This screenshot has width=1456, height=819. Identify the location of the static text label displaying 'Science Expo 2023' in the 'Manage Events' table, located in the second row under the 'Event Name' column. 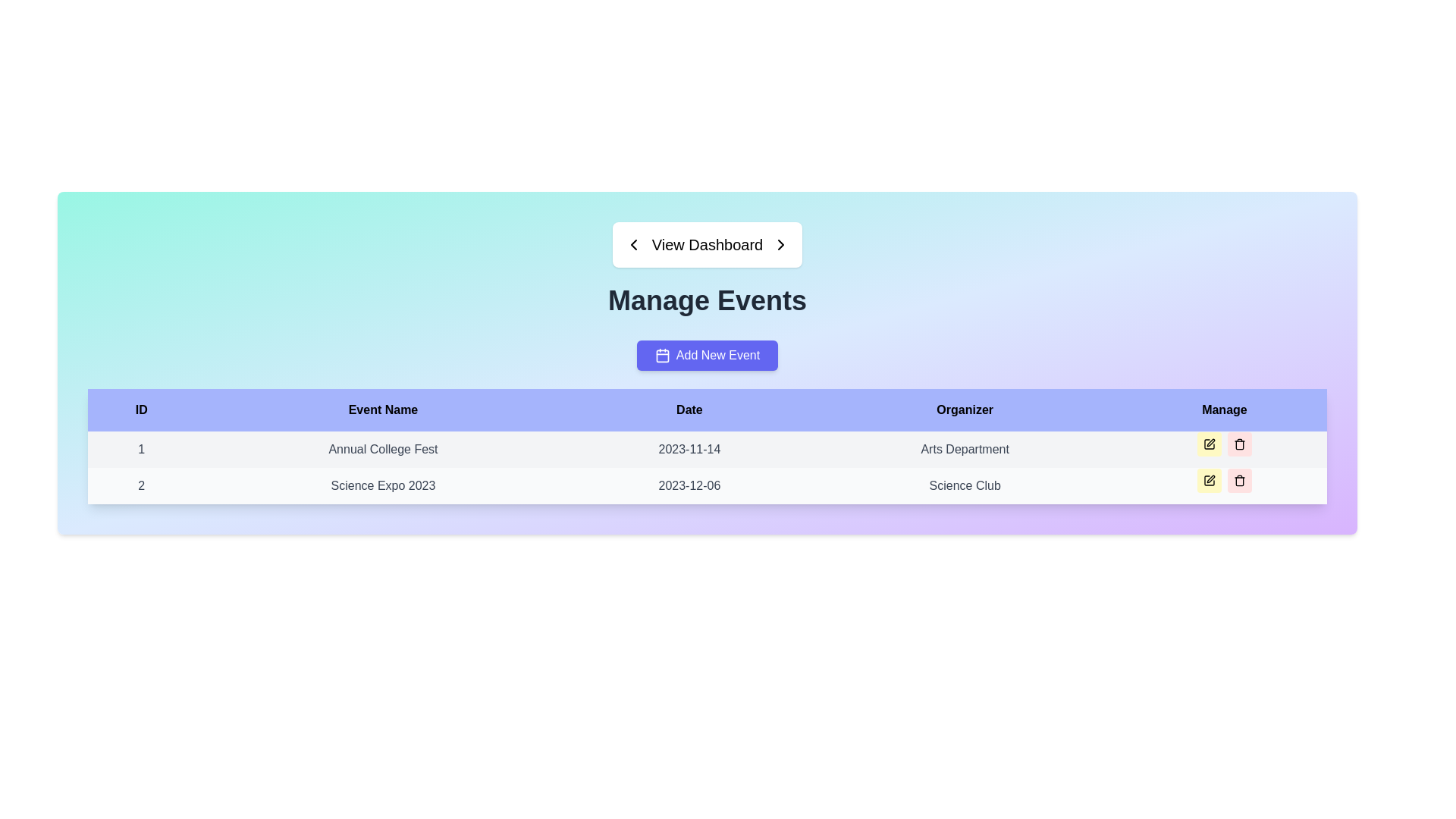
(383, 485).